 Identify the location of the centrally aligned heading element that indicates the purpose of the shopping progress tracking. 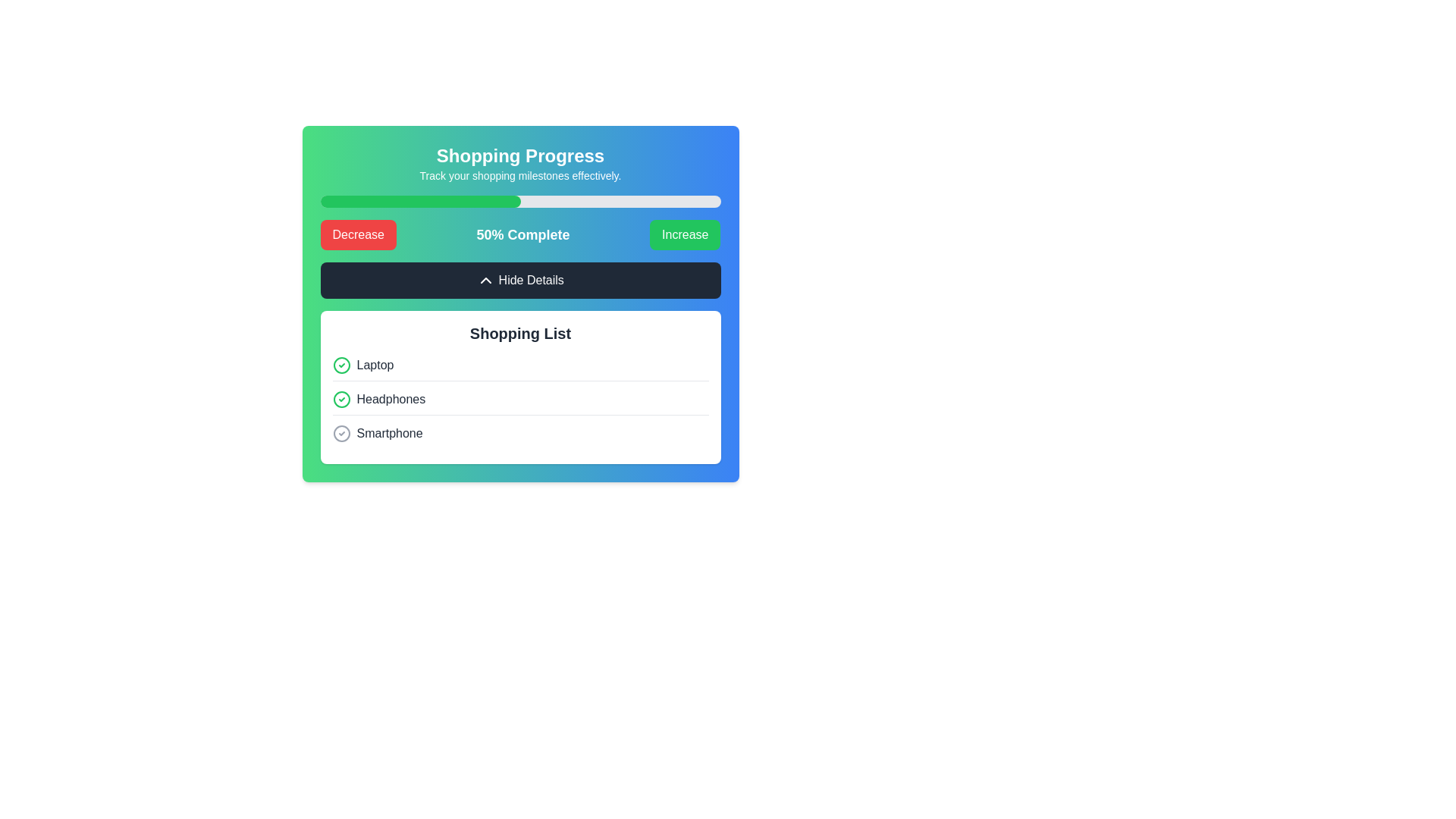
(520, 155).